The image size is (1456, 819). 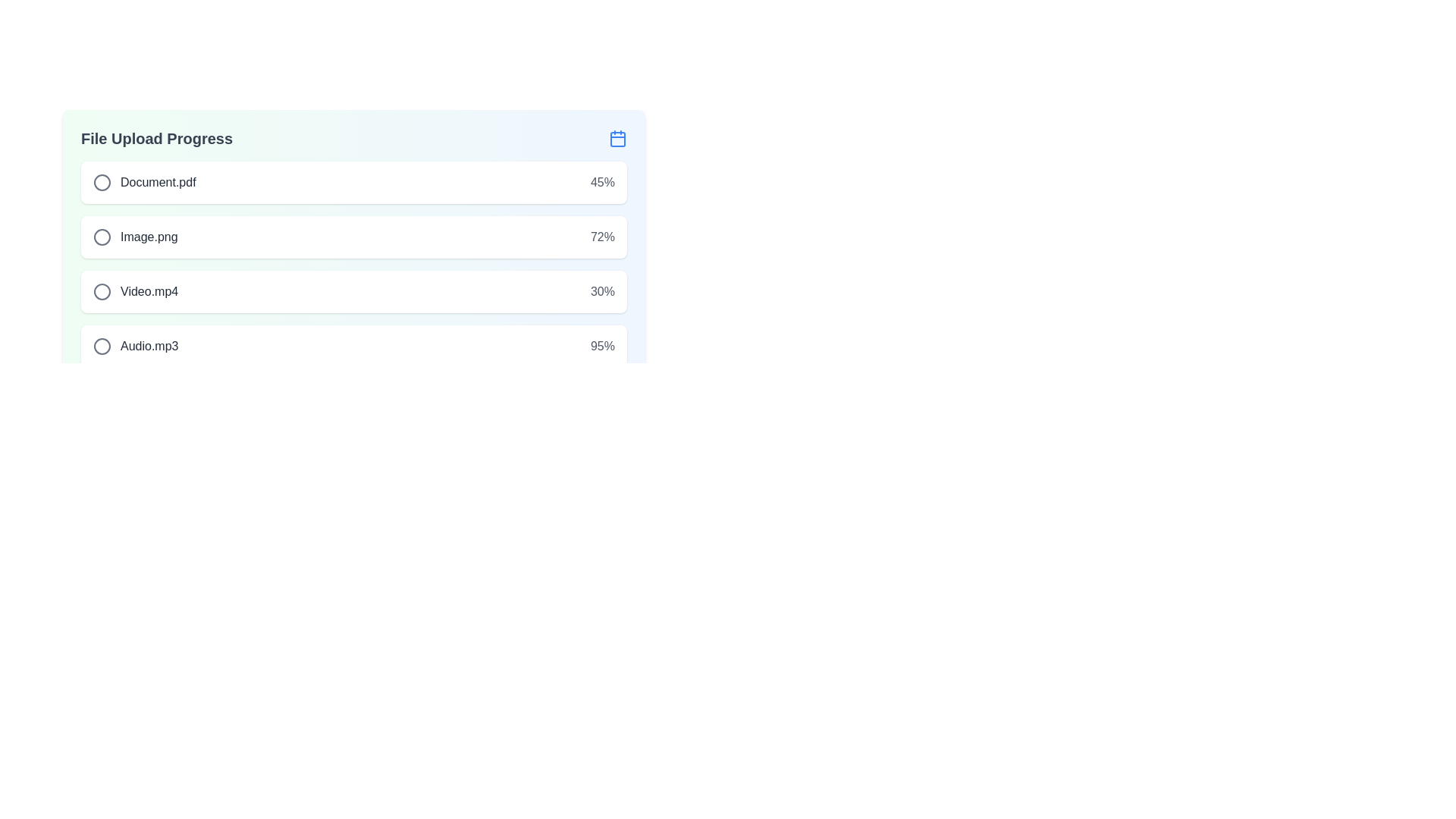 I want to click on the calendar icon located to the far right of the header section labeled 'File Upload Progress', so click(x=618, y=138).